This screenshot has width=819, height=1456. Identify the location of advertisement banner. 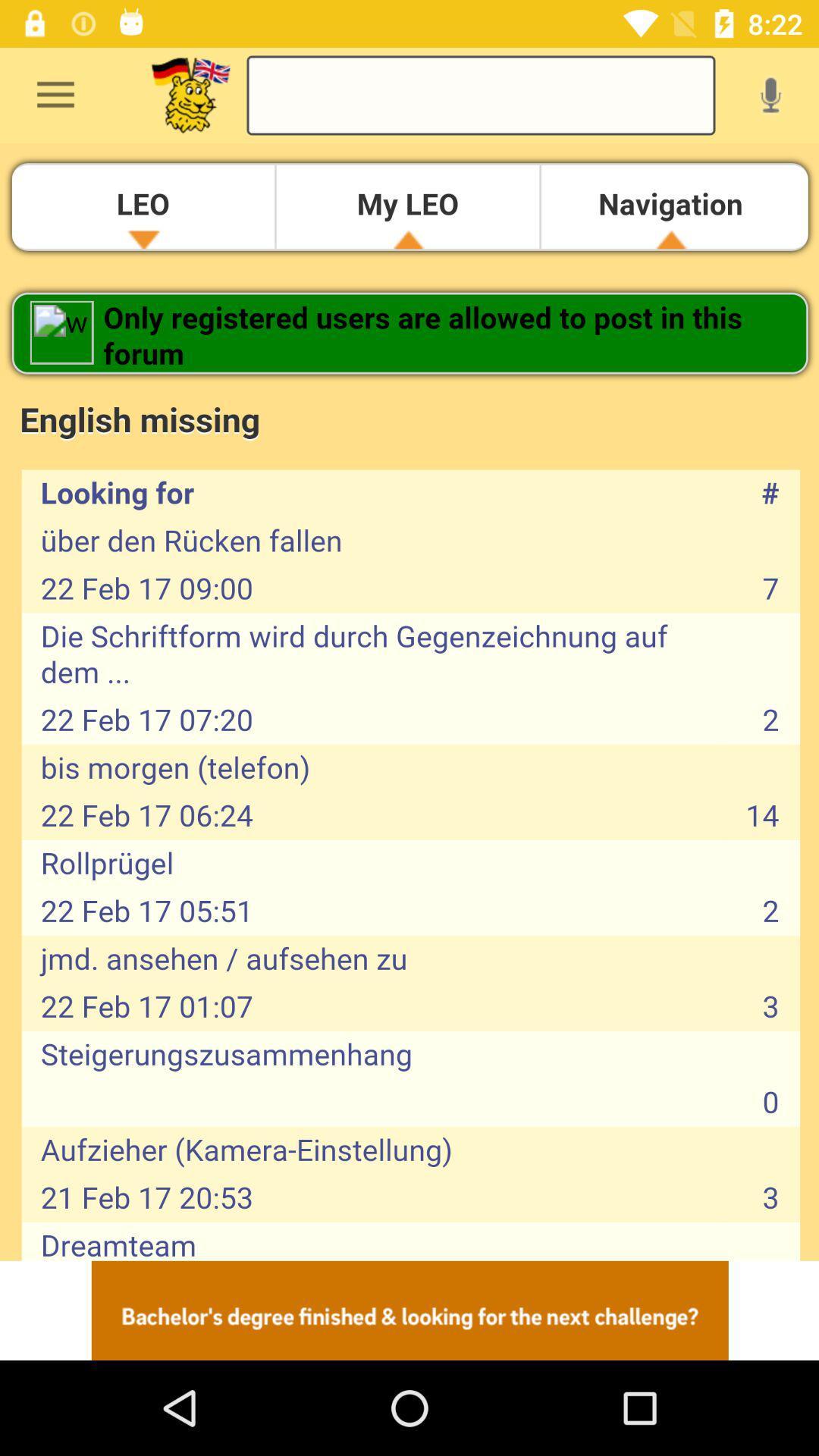
(409, 1310).